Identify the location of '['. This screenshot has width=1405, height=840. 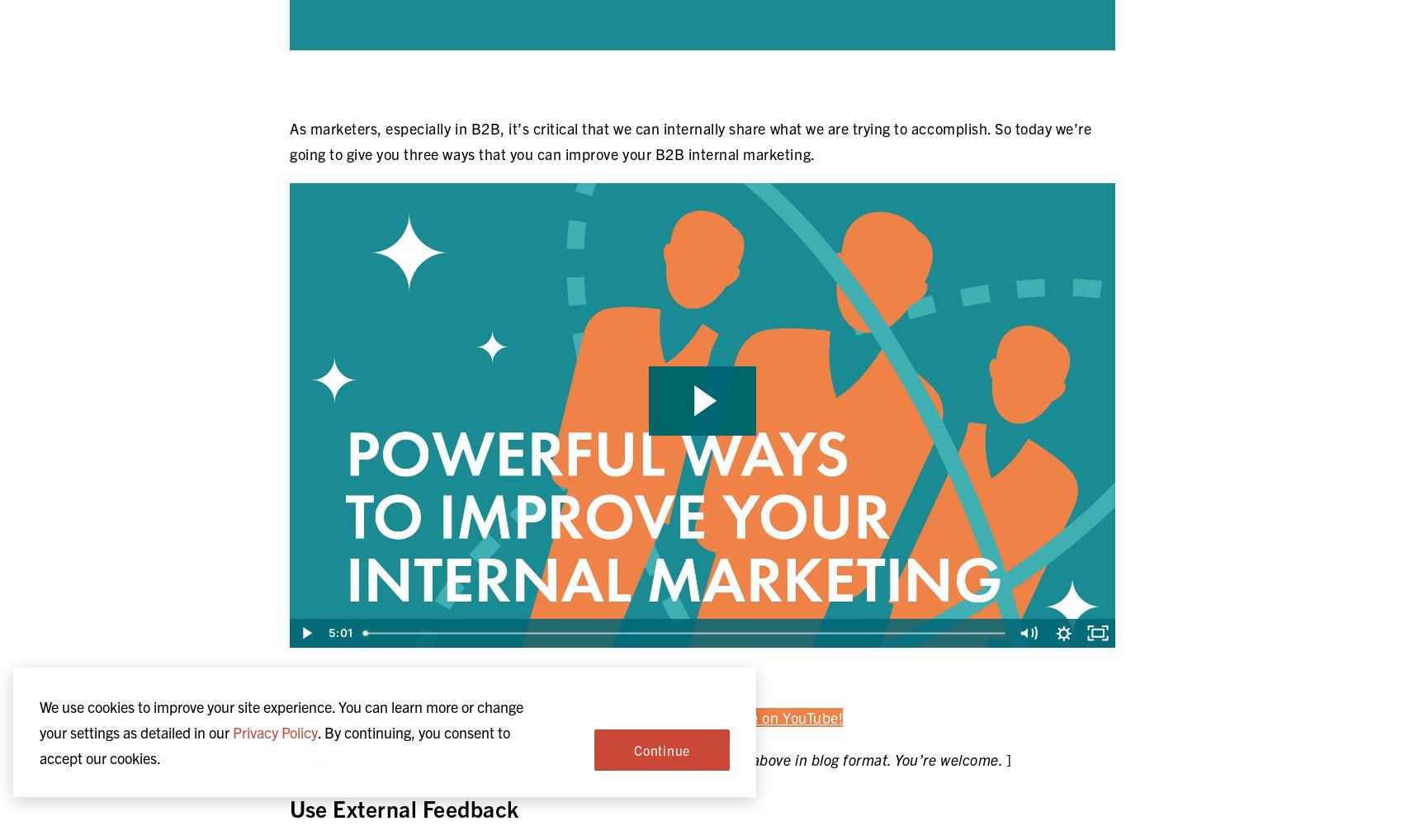
(294, 757).